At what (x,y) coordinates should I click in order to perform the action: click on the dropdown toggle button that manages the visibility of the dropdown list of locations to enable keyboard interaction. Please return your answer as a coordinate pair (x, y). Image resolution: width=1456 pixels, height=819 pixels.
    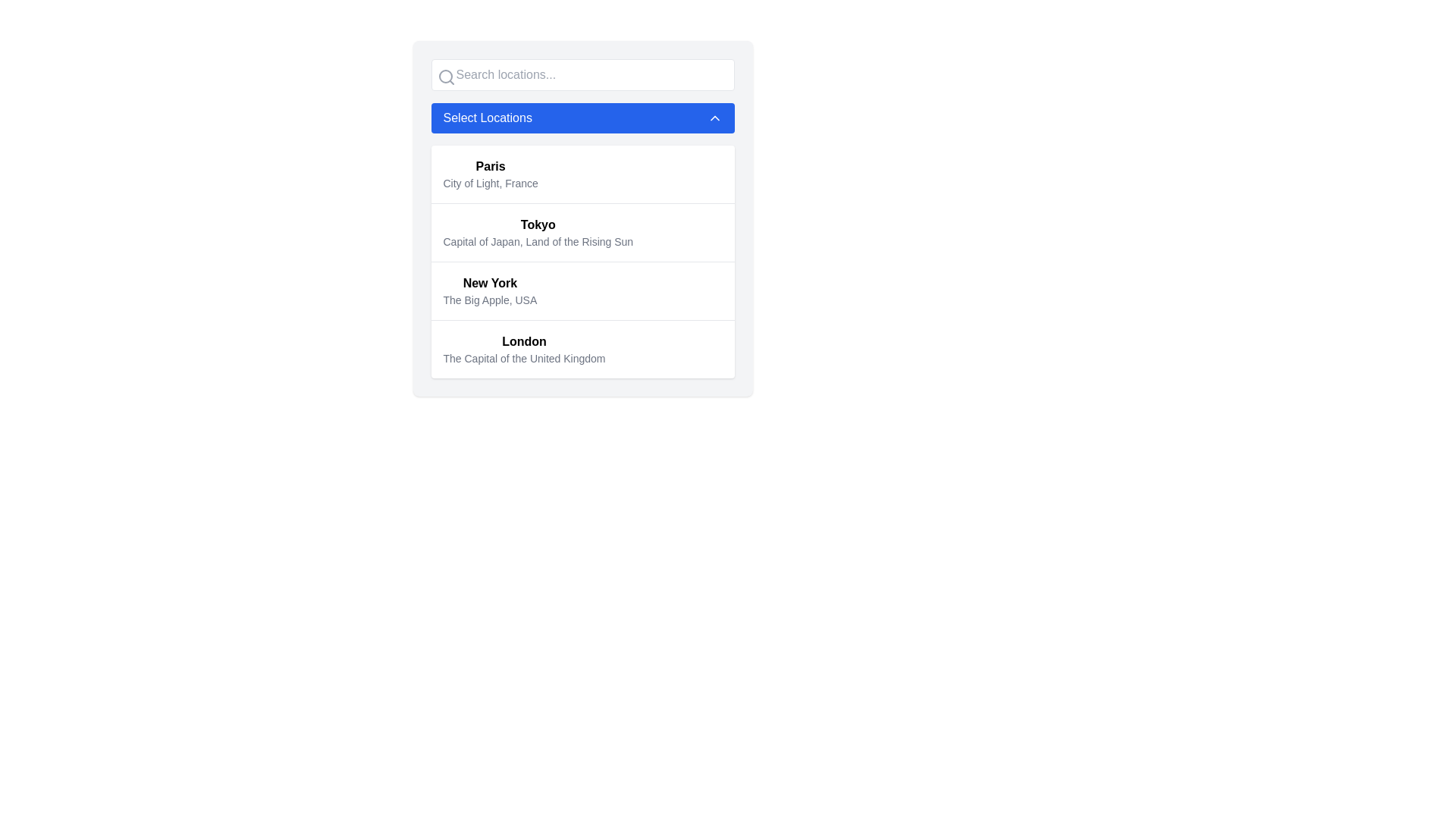
    Looking at the image, I should click on (582, 117).